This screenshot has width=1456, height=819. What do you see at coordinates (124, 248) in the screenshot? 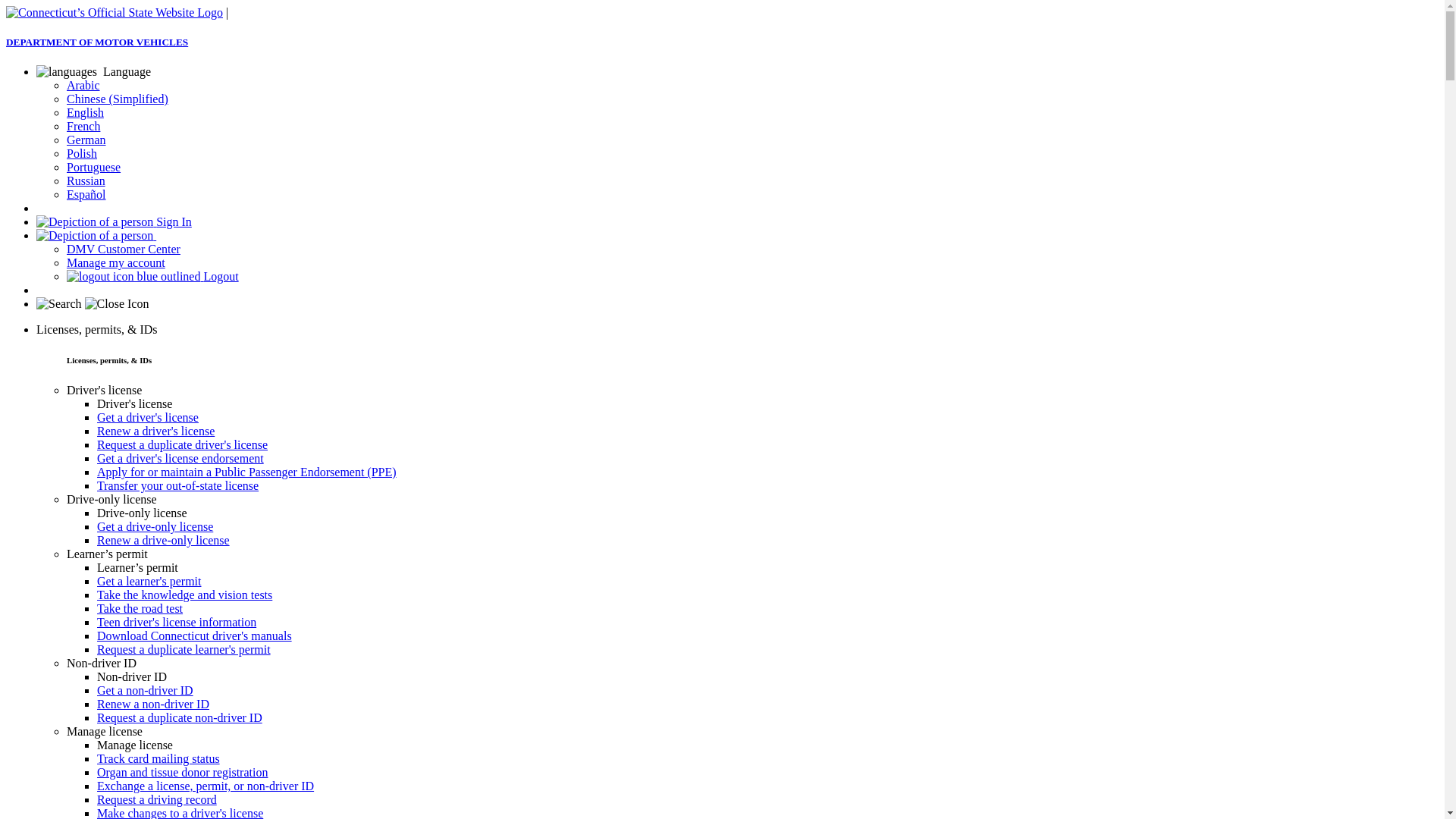
I see `'DMV Customer Center'` at bounding box center [124, 248].